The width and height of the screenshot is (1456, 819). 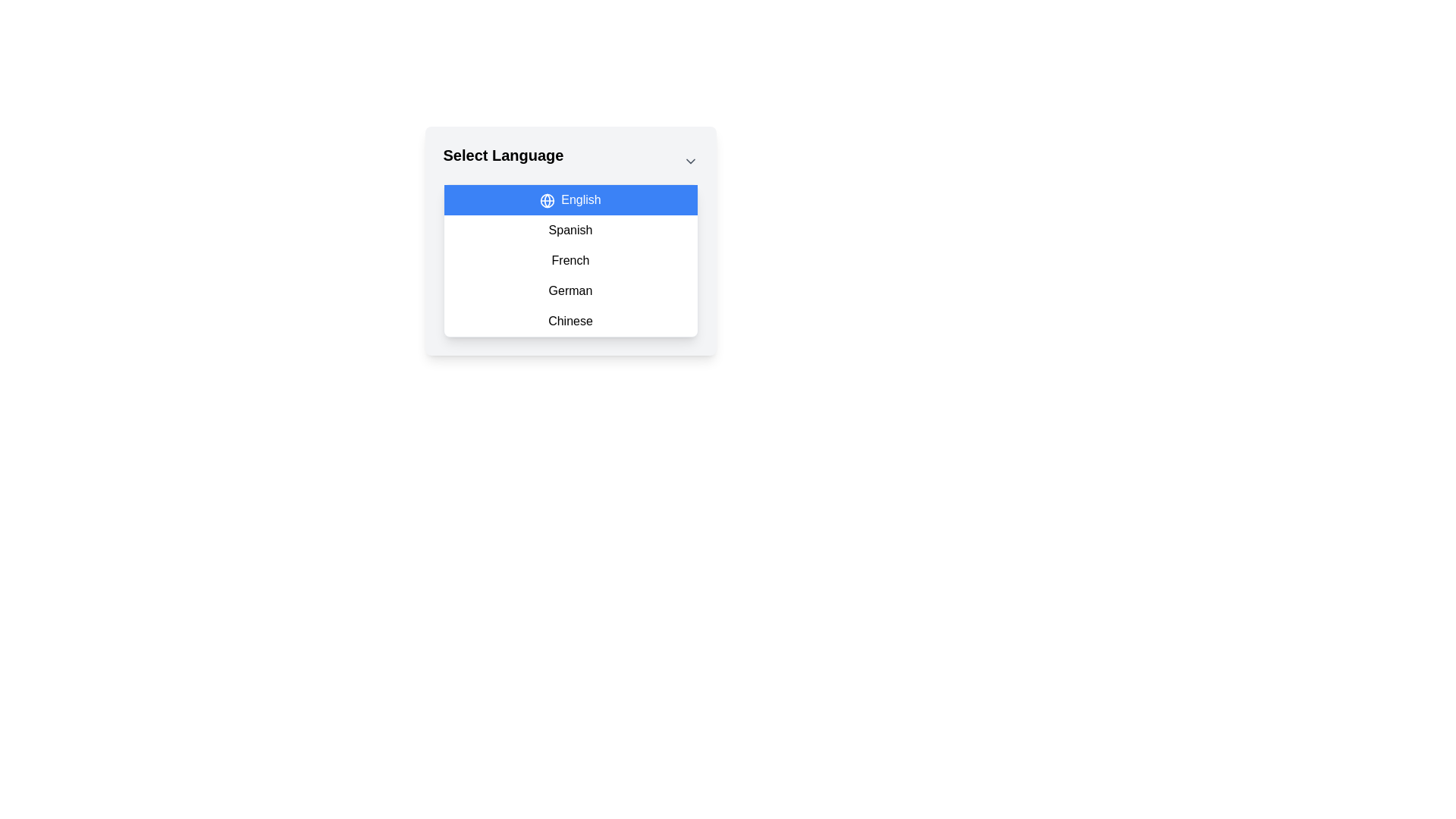 What do you see at coordinates (570, 259) in the screenshot?
I see `the dropdown menu containing language options` at bounding box center [570, 259].